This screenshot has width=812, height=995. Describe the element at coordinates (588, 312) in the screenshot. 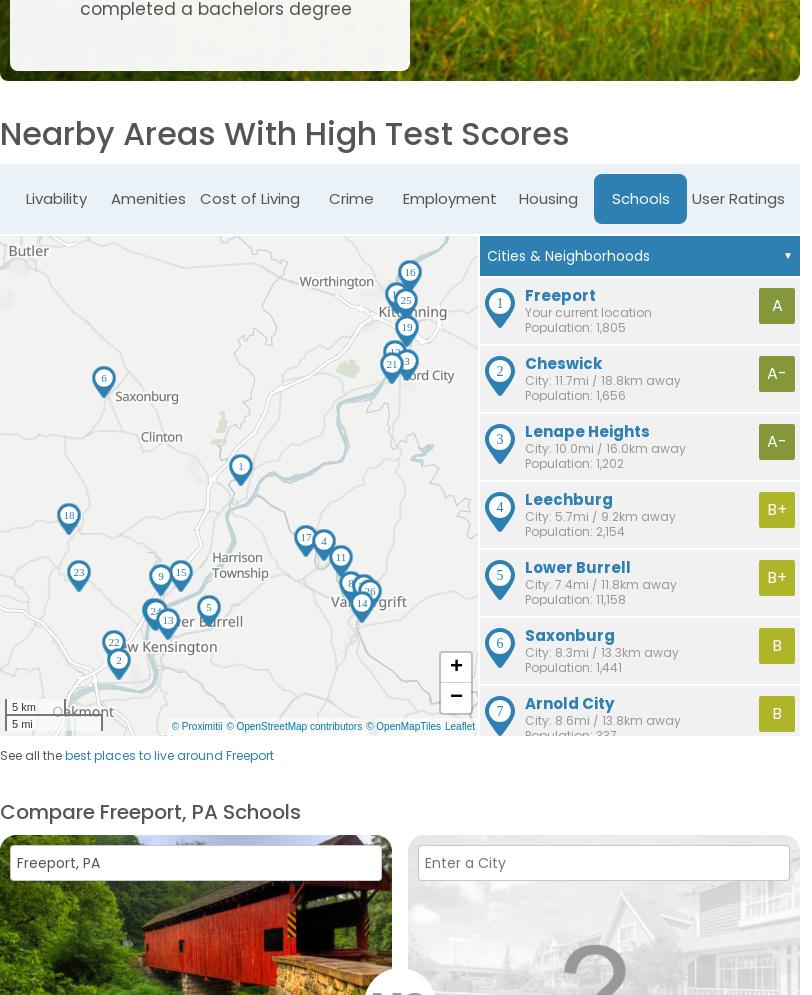

I see `'Your current location'` at that location.